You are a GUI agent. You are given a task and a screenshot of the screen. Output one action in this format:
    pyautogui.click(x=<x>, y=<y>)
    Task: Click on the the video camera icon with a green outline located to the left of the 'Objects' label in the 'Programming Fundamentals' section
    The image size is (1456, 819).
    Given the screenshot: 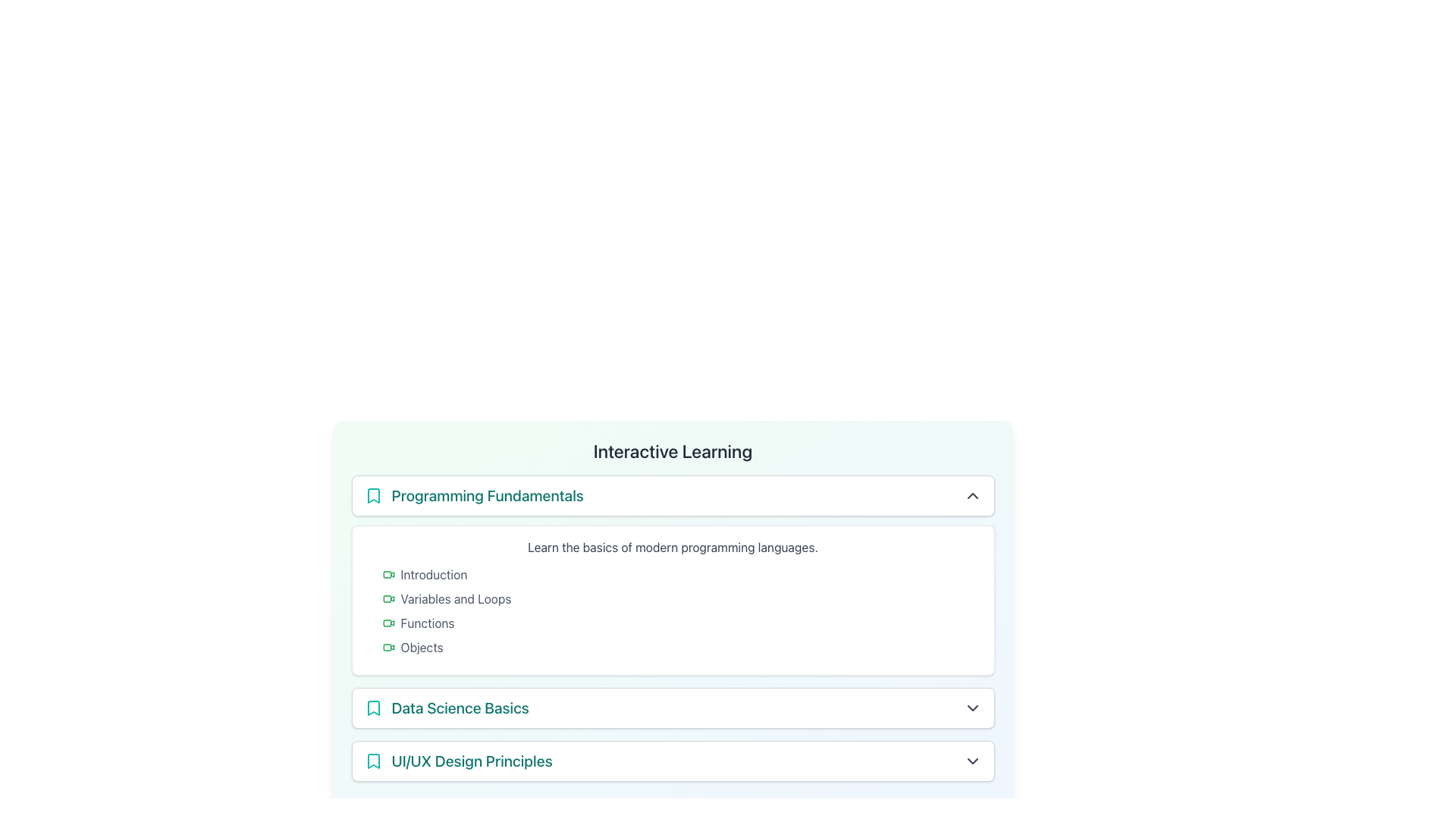 What is the action you would take?
    pyautogui.click(x=388, y=647)
    